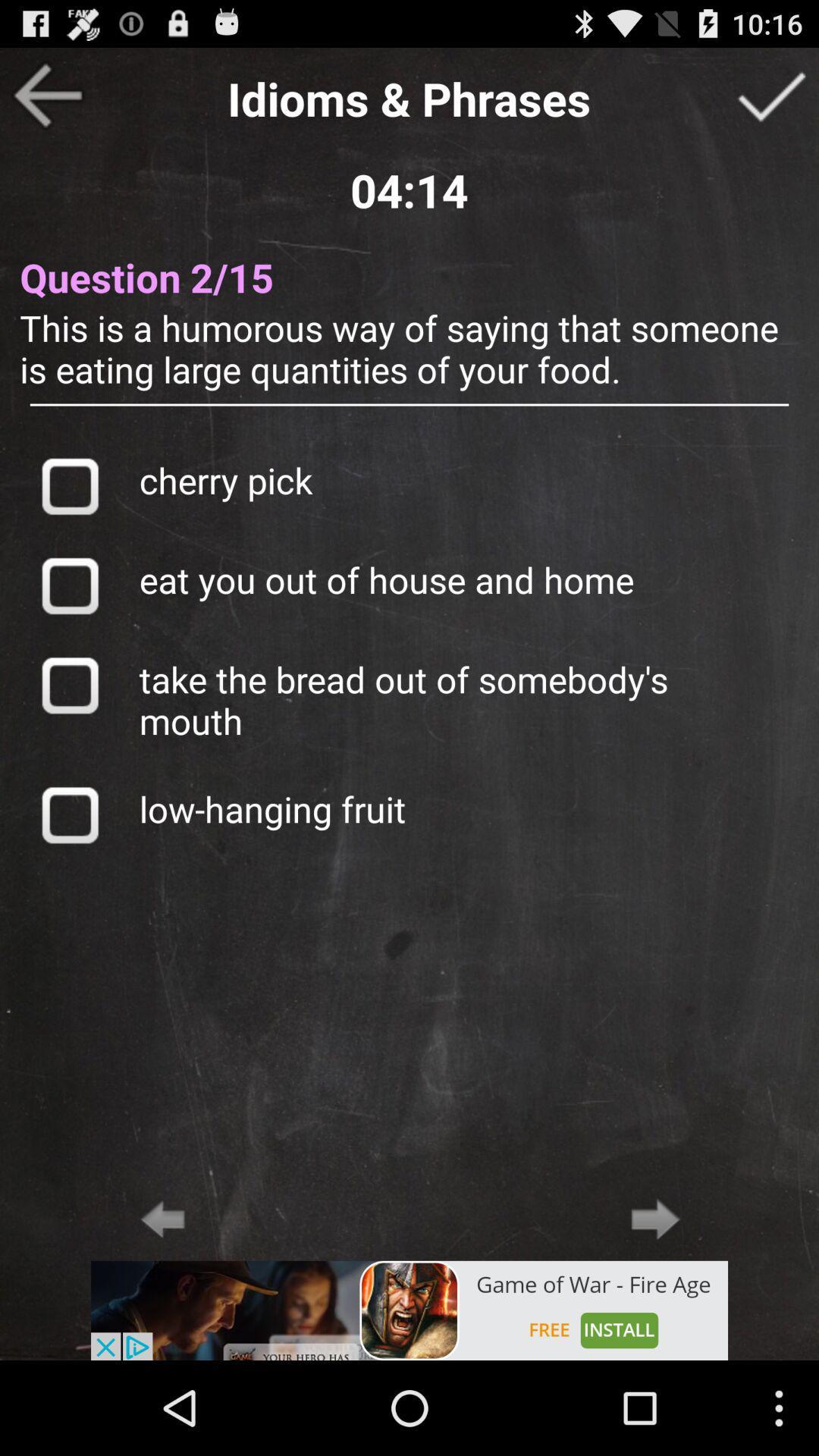 The height and width of the screenshot is (1456, 819). What do you see at coordinates (70, 684) in the screenshot?
I see `the third check box` at bounding box center [70, 684].